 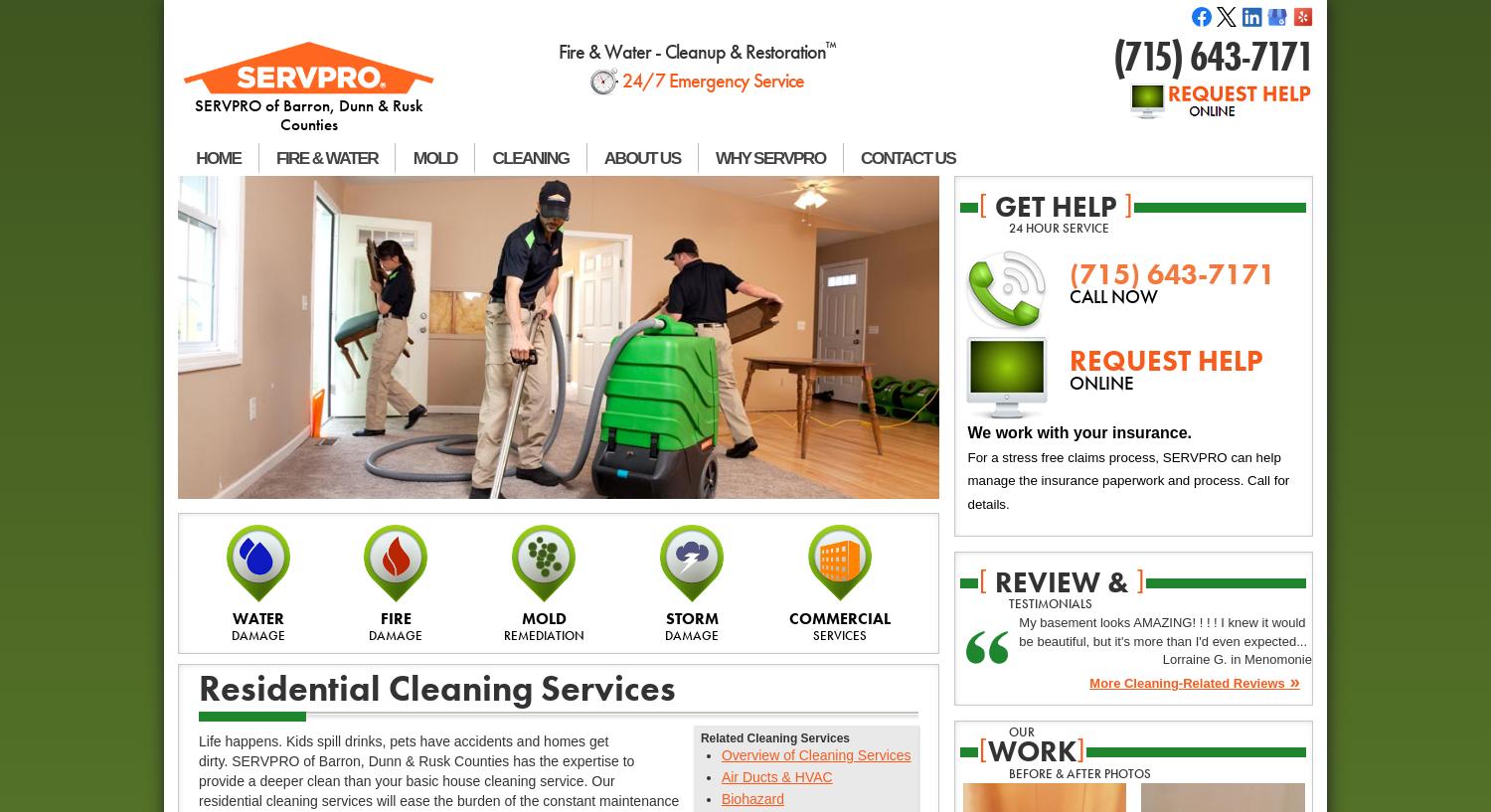 I want to click on 'CALL NOW', so click(x=1111, y=297).